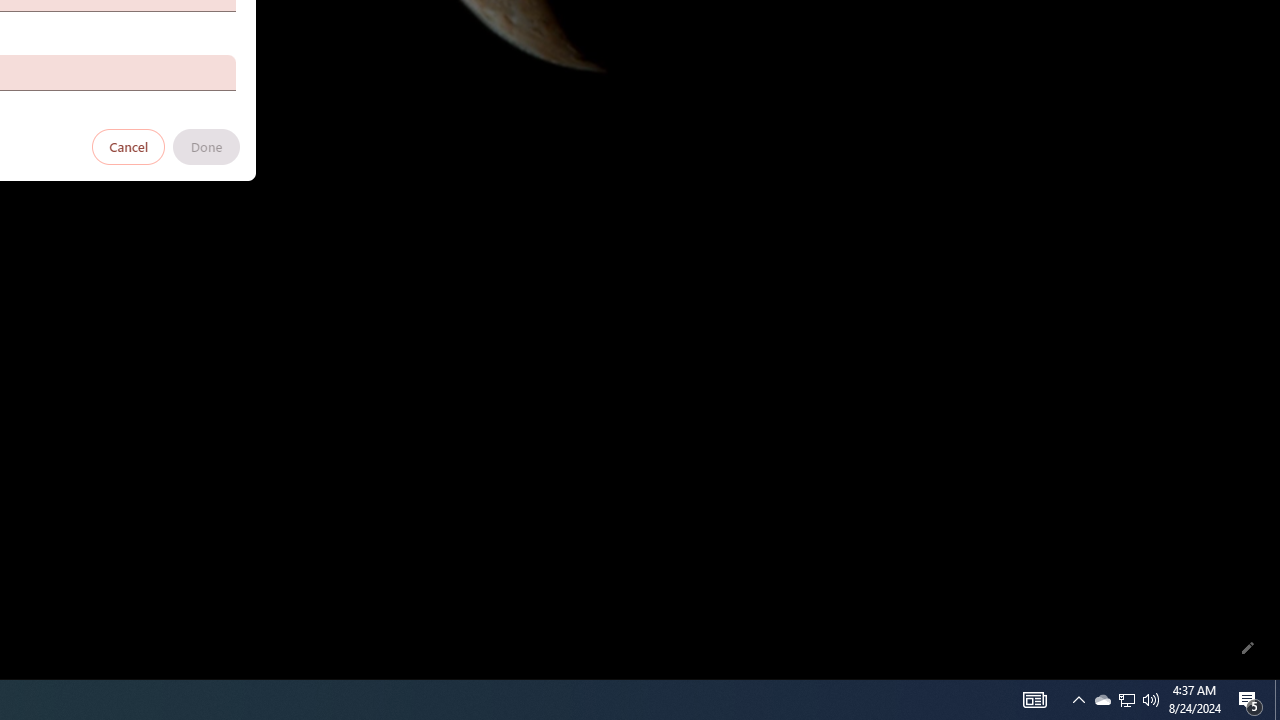  I want to click on 'Done', so click(206, 145).